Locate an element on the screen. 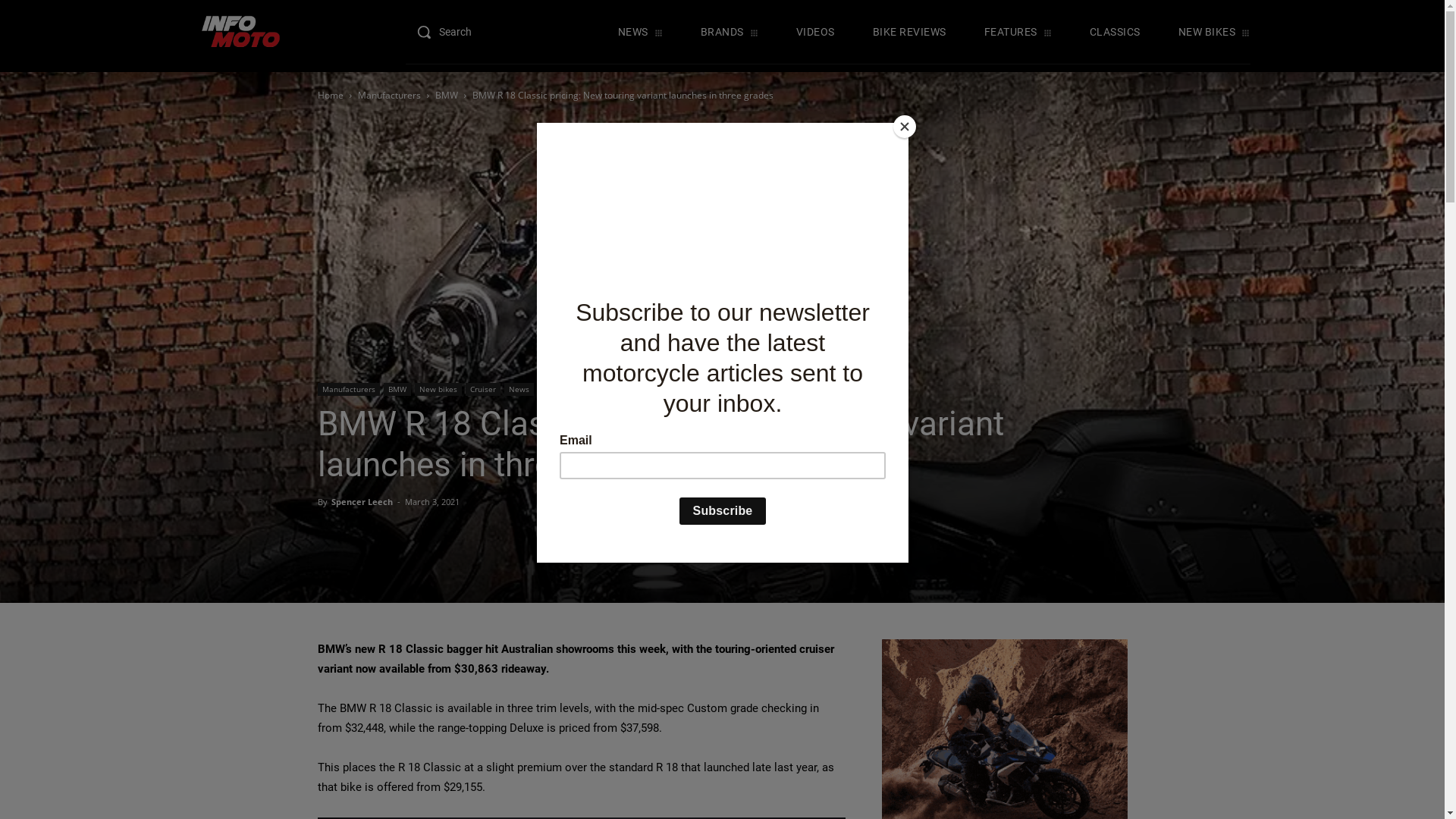  'Spencer Leech' is located at coordinates (360, 501).